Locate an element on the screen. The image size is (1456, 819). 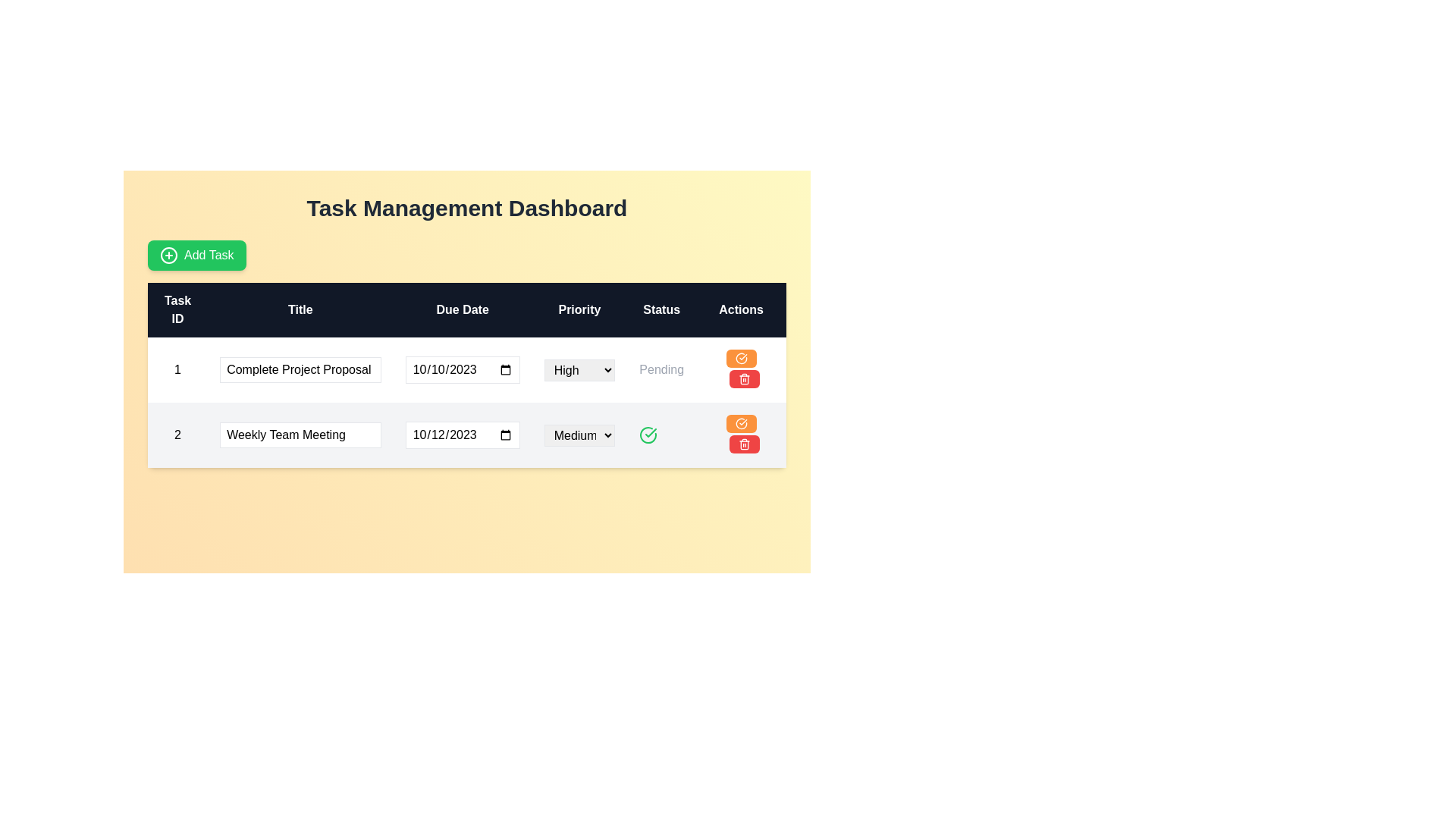
the Dropdown menu in the 'Priority' column of the first row within the task table is located at coordinates (579, 370).